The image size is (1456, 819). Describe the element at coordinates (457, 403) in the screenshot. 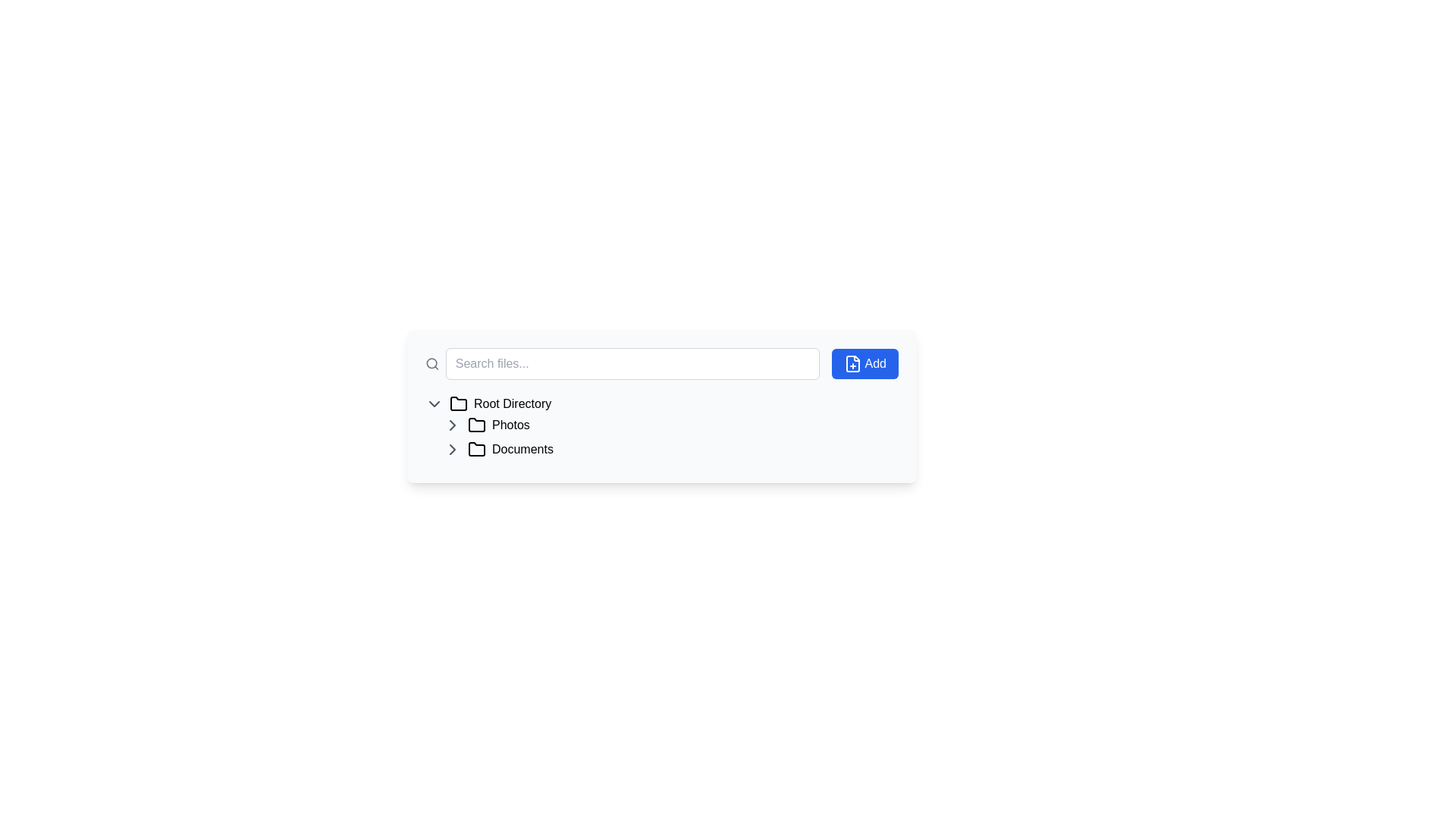

I see `the folder icon representing the Root Directory` at that location.